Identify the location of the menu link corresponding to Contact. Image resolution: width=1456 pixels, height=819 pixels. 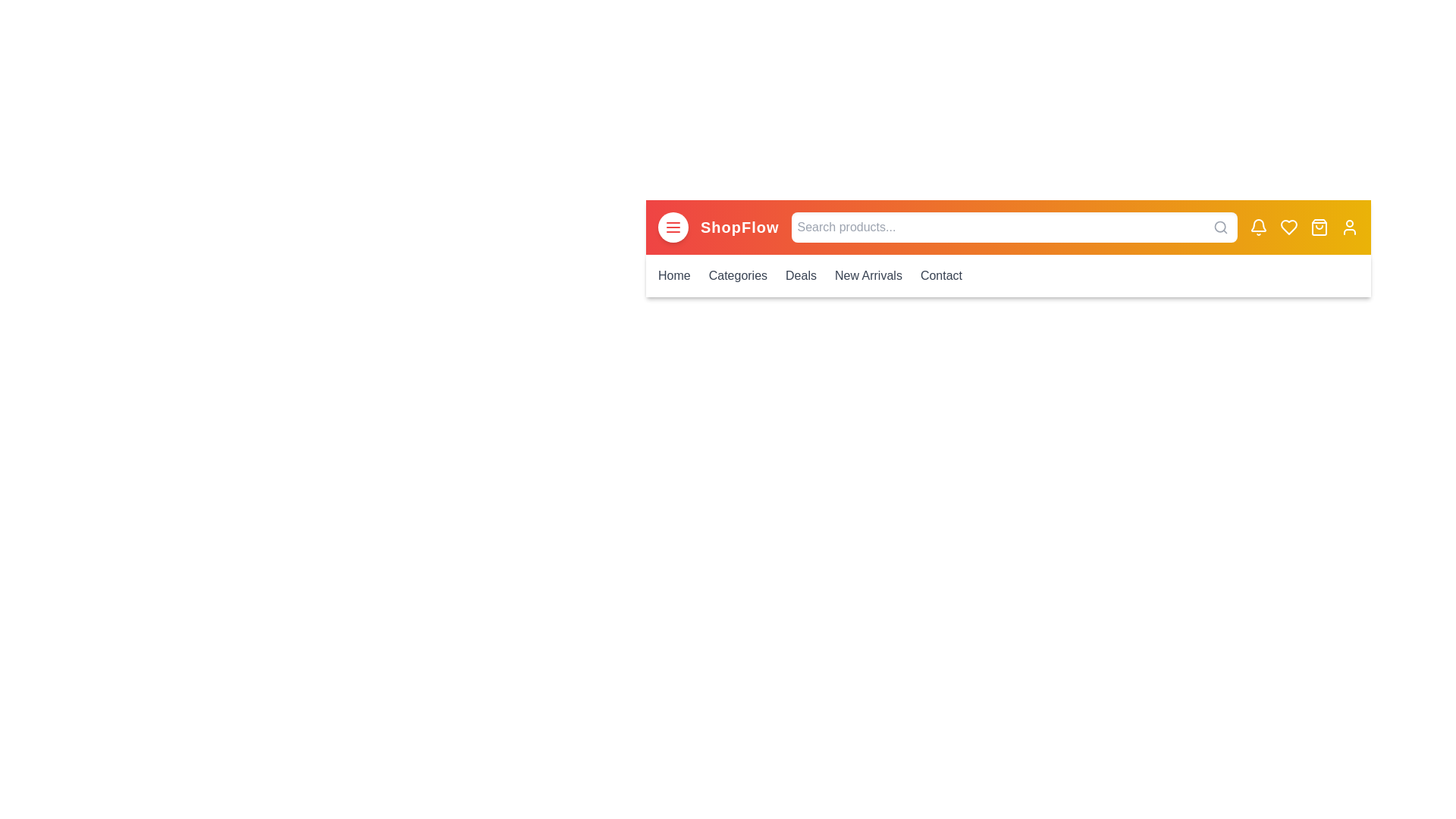
(940, 275).